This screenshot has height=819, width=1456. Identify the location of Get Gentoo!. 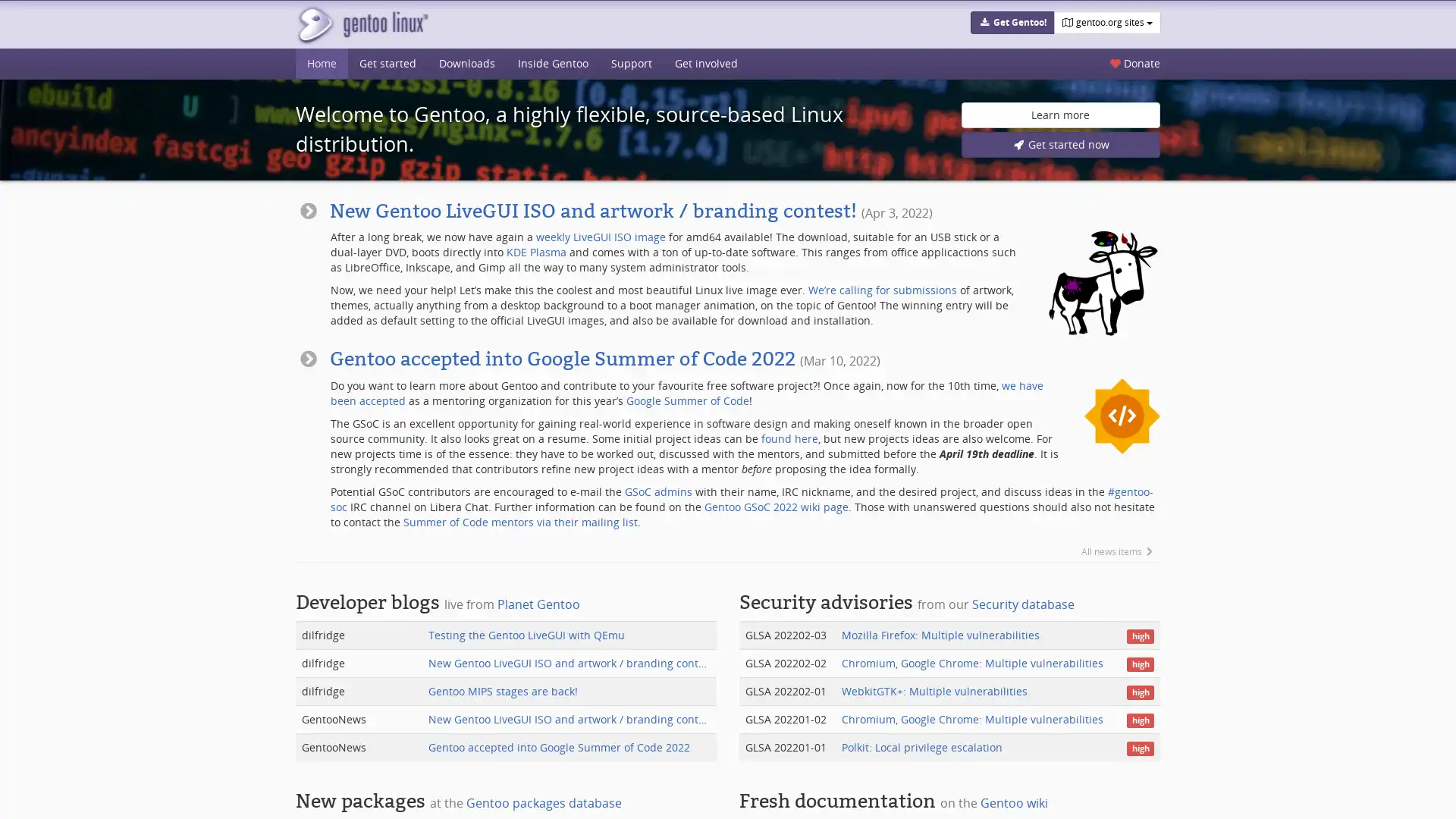
(1012, 23).